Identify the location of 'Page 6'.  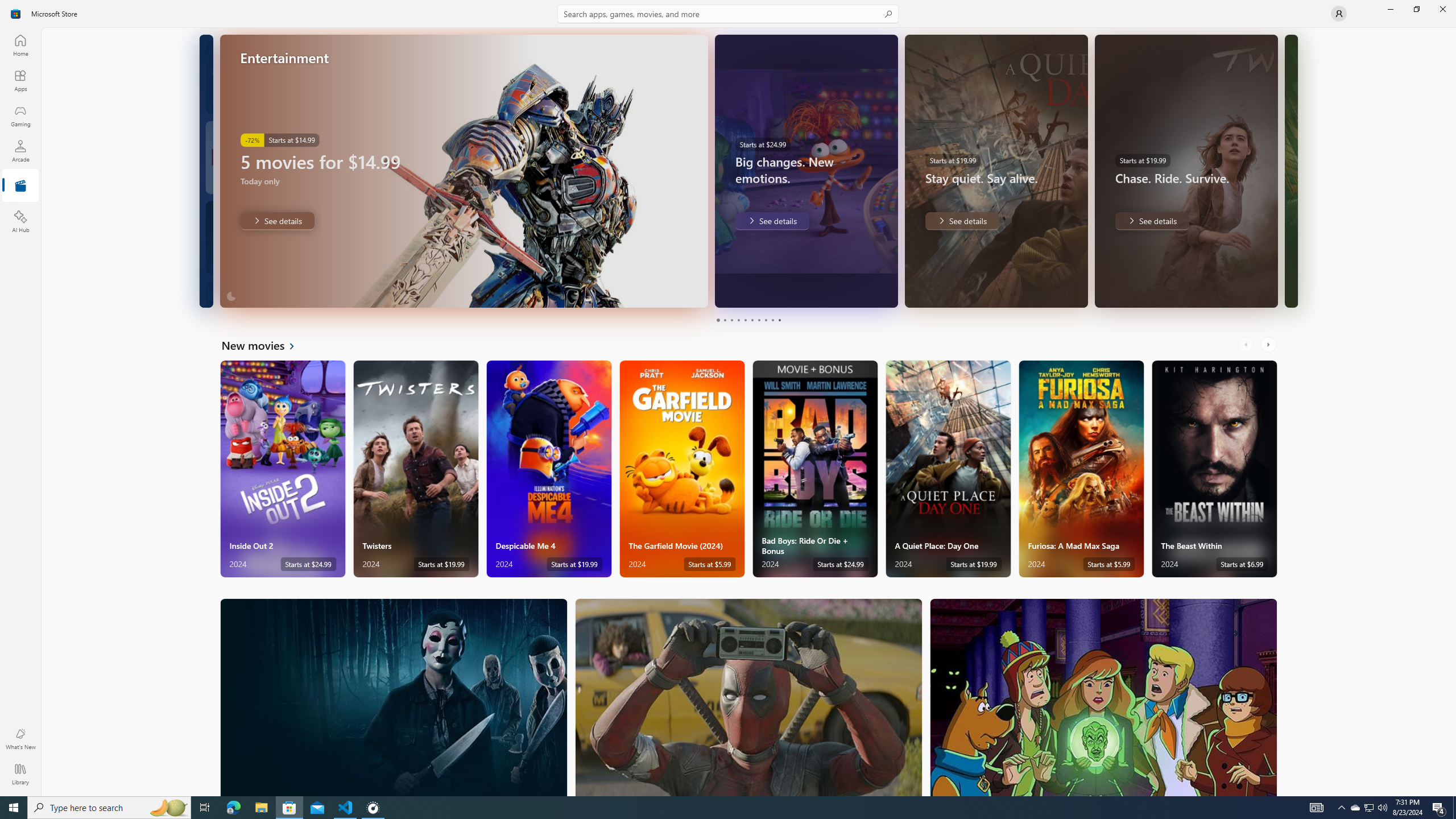
(751, 320).